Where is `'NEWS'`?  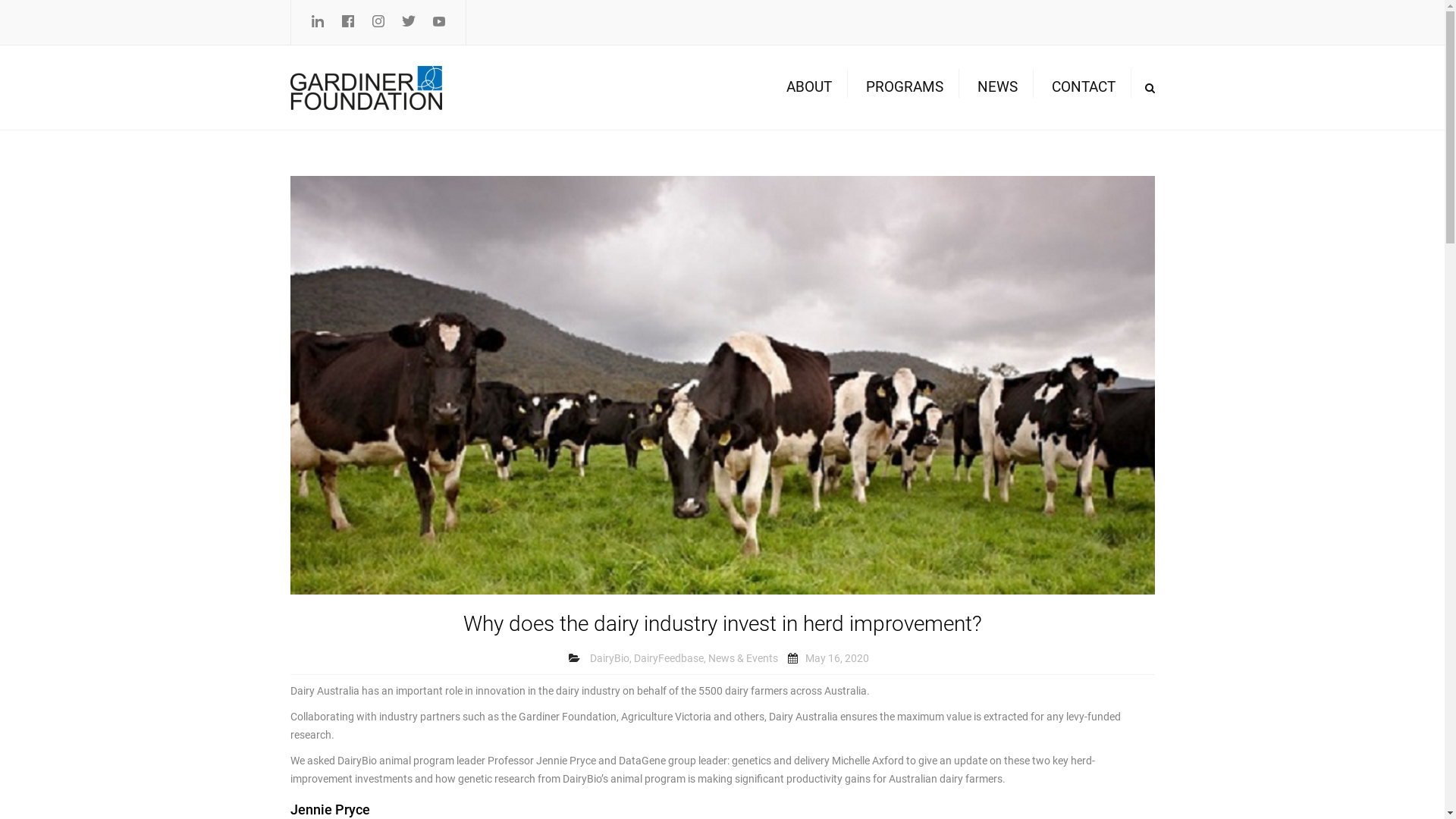
'NEWS' is located at coordinates (996, 87).